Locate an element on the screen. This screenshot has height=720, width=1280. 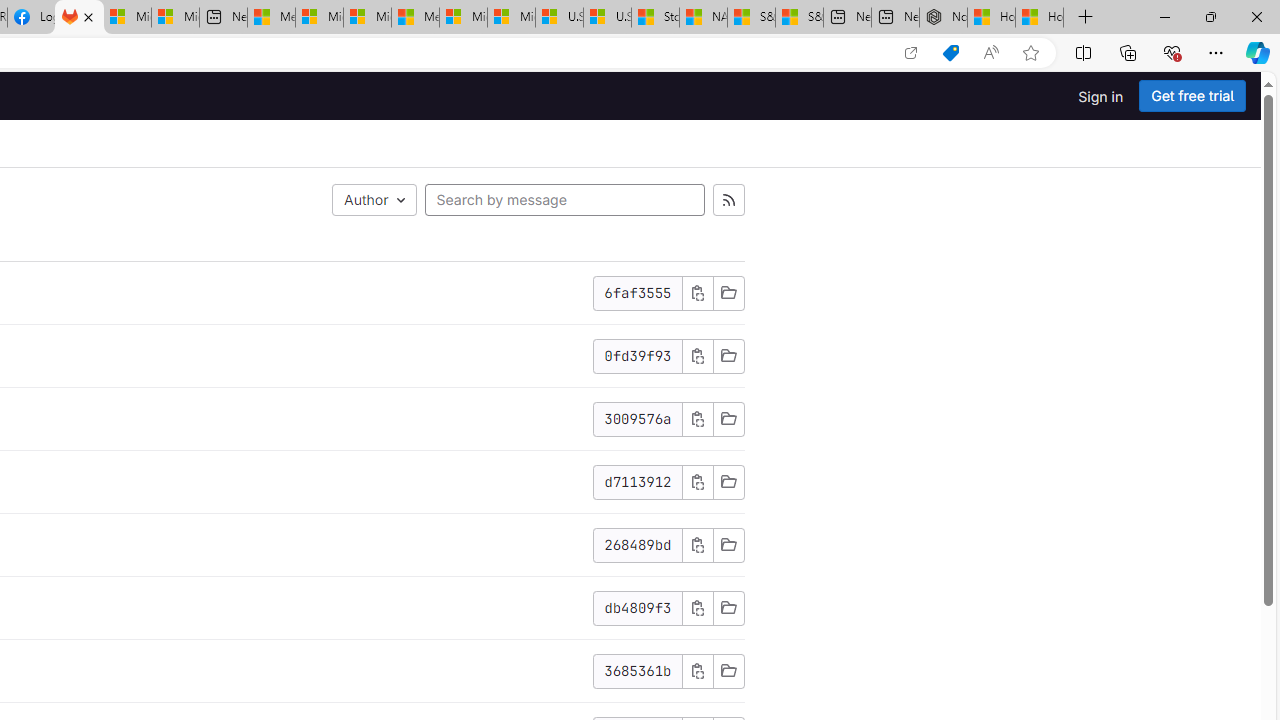
'Microsoft account | Privacy' is located at coordinates (318, 17).